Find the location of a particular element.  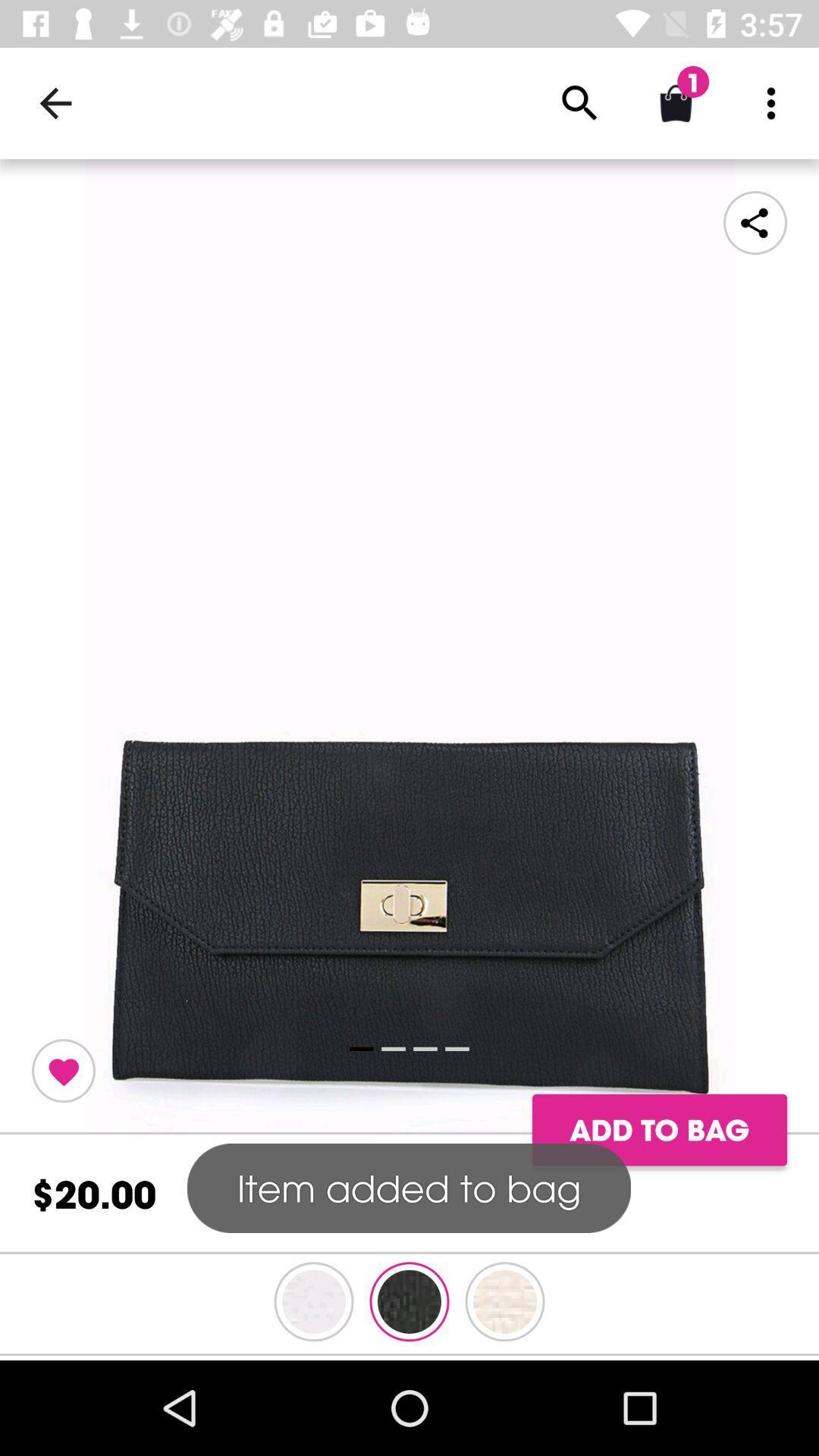

open bag is located at coordinates (409, 647).